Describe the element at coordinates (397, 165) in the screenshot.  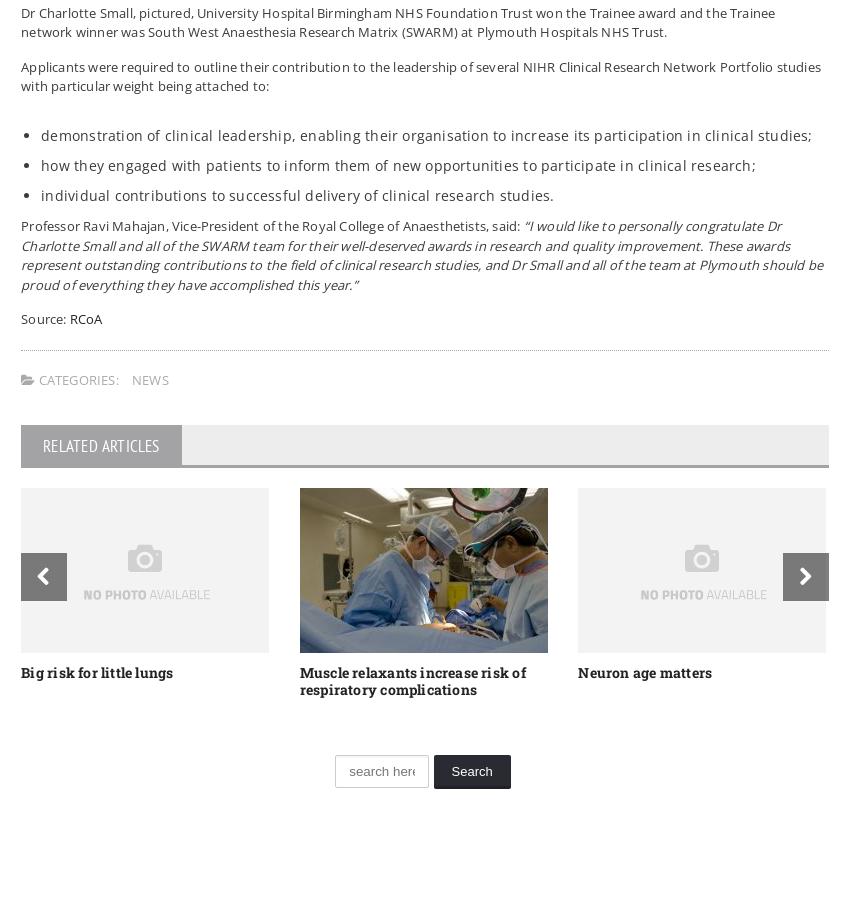
I see `'how they engaged with patients to inform them of new opportunities to participate in clinical research;'` at that location.